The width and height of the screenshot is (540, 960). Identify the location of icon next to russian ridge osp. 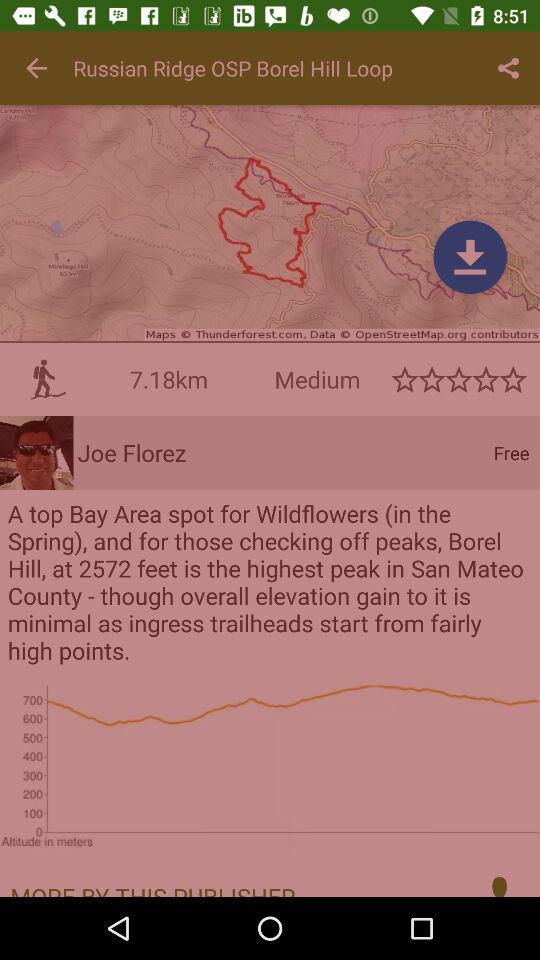
(508, 68).